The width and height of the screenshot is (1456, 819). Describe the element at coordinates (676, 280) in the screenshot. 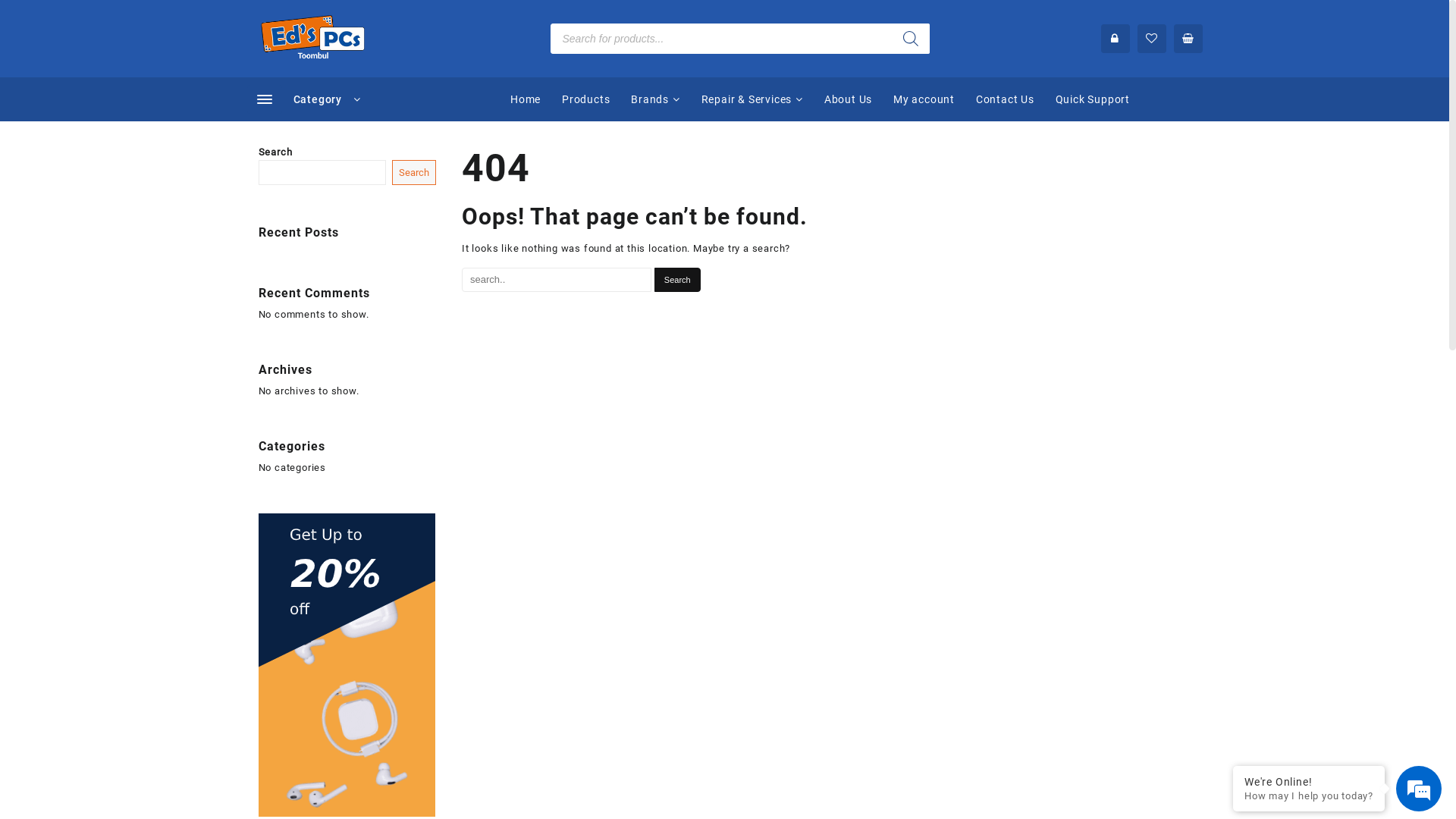

I see `'Search'` at that location.